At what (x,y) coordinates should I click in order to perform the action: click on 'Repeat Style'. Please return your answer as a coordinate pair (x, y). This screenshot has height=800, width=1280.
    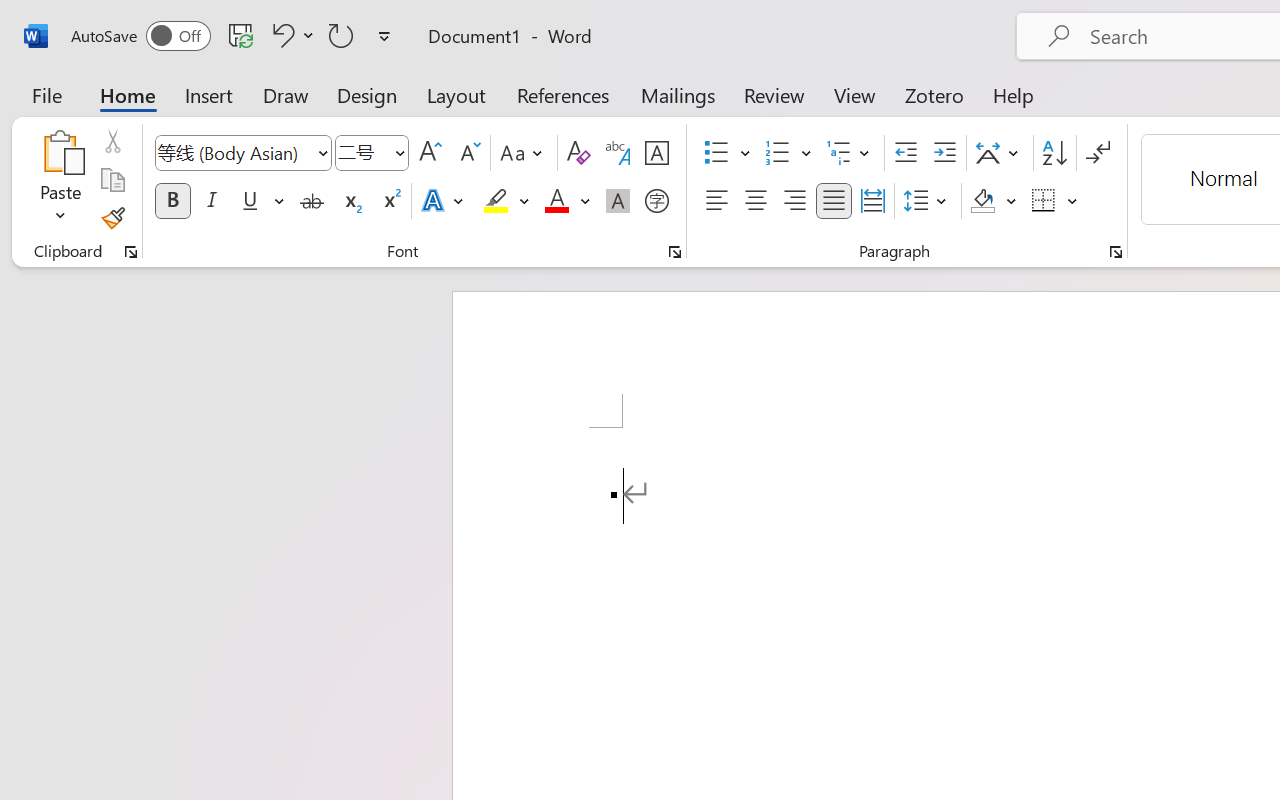
    Looking at the image, I should click on (341, 34).